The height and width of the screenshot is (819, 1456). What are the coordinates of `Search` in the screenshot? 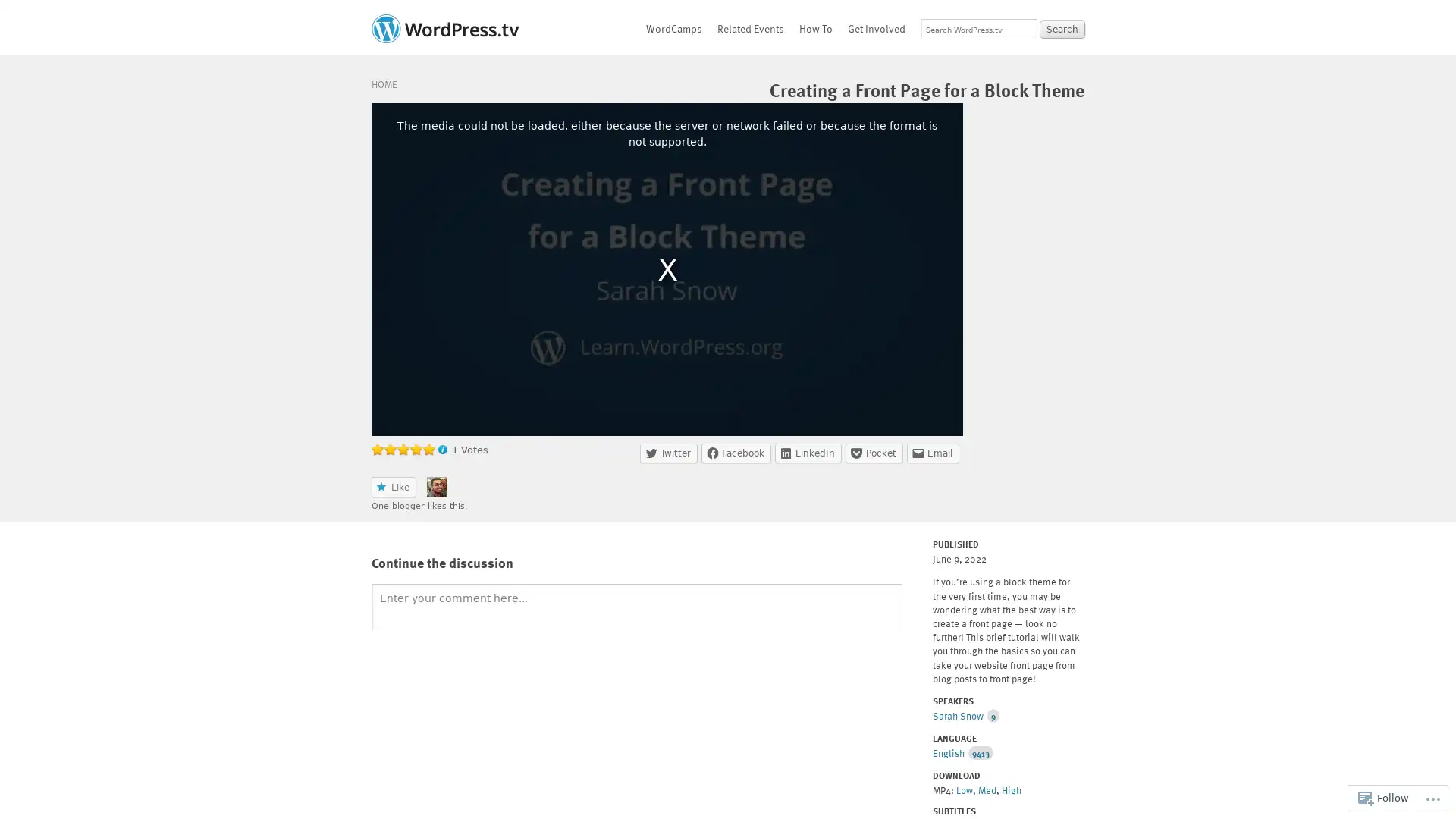 It's located at (1062, 29).